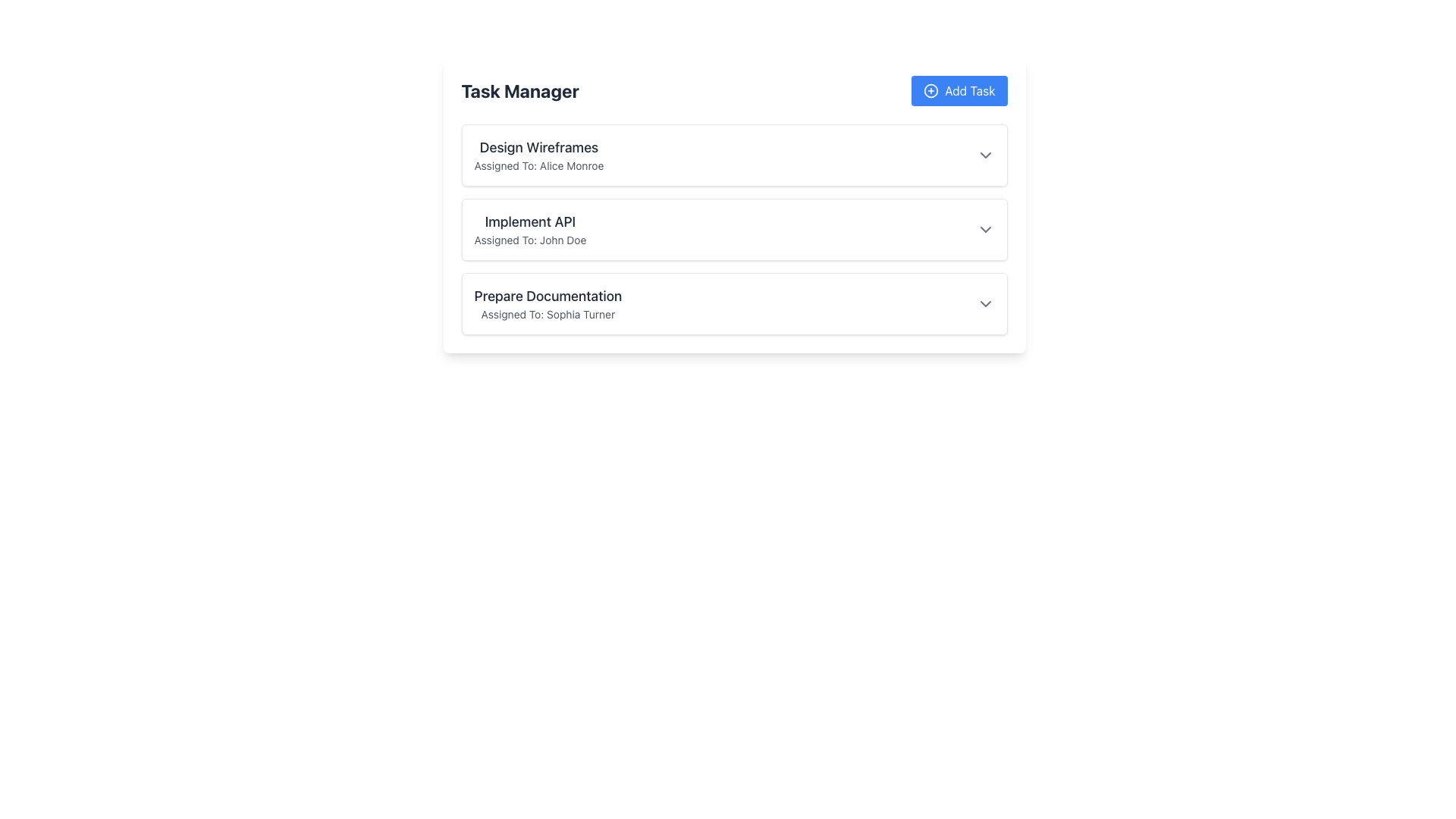  What do you see at coordinates (985, 155) in the screenshot?
I see `the downward chevron-shaped icon button associated with the 'Design Wireframes' task entry` at bounding box center [985, 155].